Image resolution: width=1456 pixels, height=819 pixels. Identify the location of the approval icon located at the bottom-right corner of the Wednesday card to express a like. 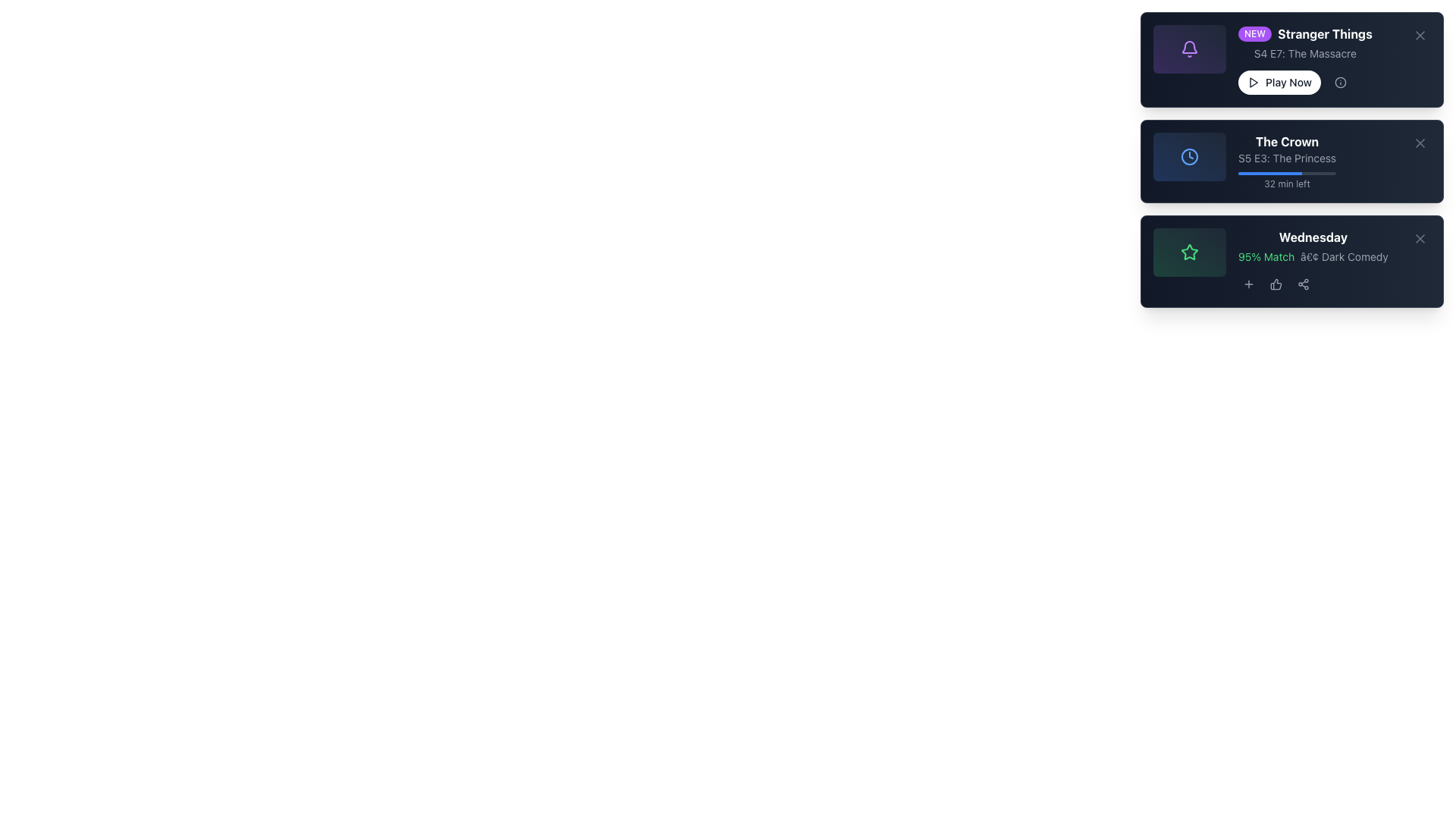
(1276, 284).